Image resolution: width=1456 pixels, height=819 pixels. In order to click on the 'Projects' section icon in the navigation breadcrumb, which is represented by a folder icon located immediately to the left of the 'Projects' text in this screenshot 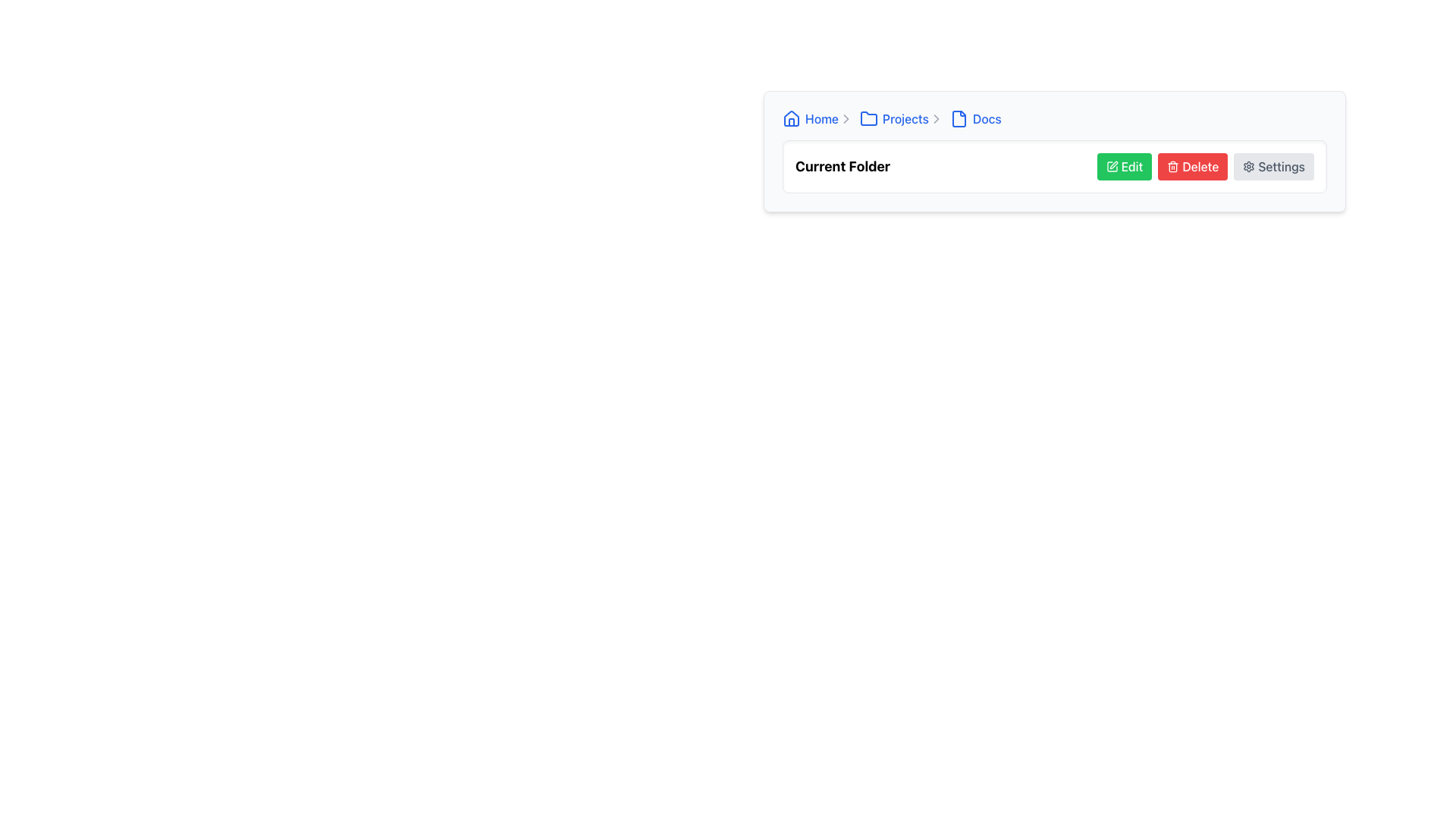, I will do `click(869, 118)`.